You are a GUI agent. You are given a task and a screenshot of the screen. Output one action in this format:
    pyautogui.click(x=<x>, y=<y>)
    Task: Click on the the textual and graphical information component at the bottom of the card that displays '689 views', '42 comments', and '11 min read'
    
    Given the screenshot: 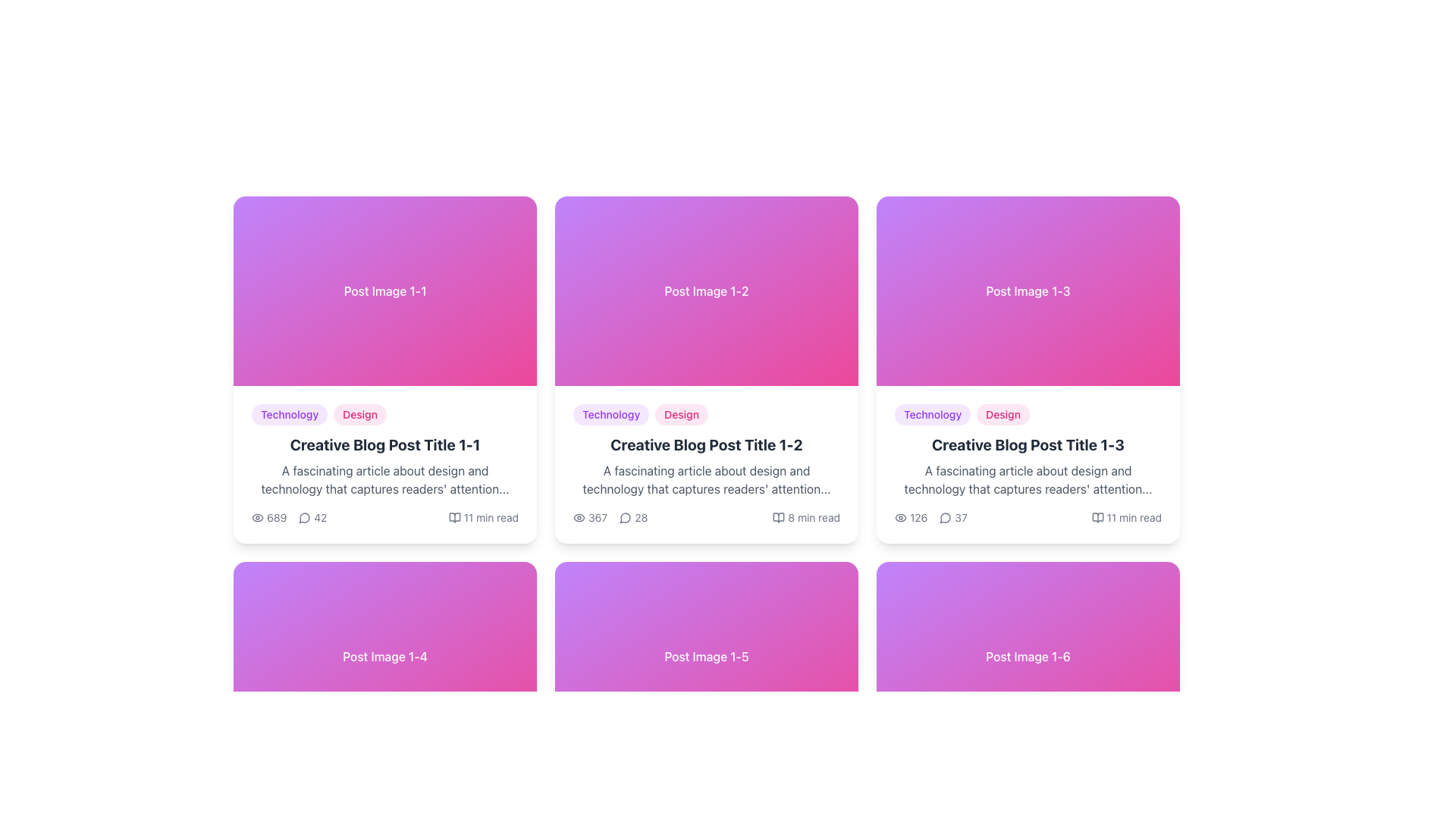 What is the action you would take?
    pyautogui.click(x=385, y=516)
    